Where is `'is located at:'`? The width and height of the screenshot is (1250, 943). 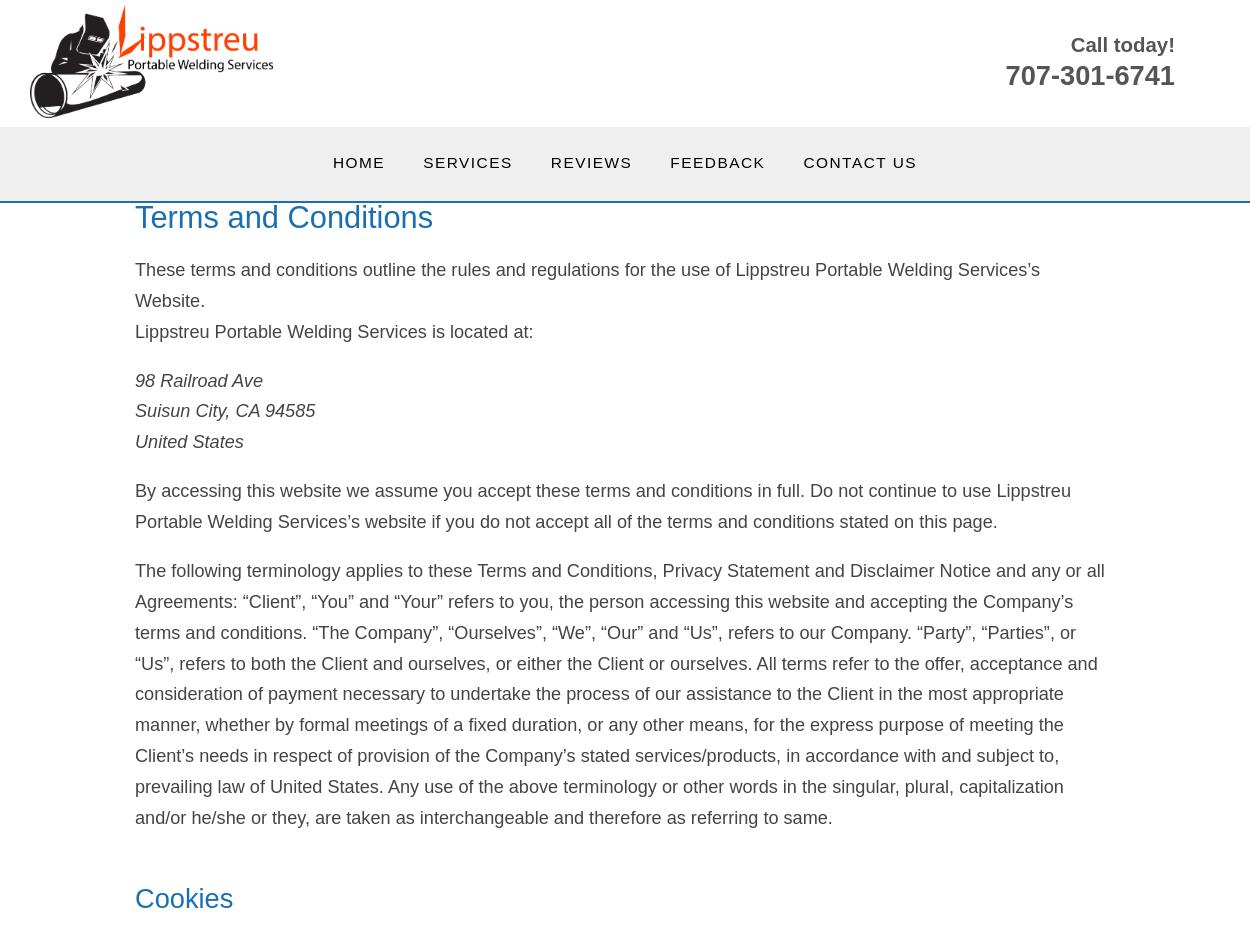
'is located at:' is located at coordinates (478, 330).